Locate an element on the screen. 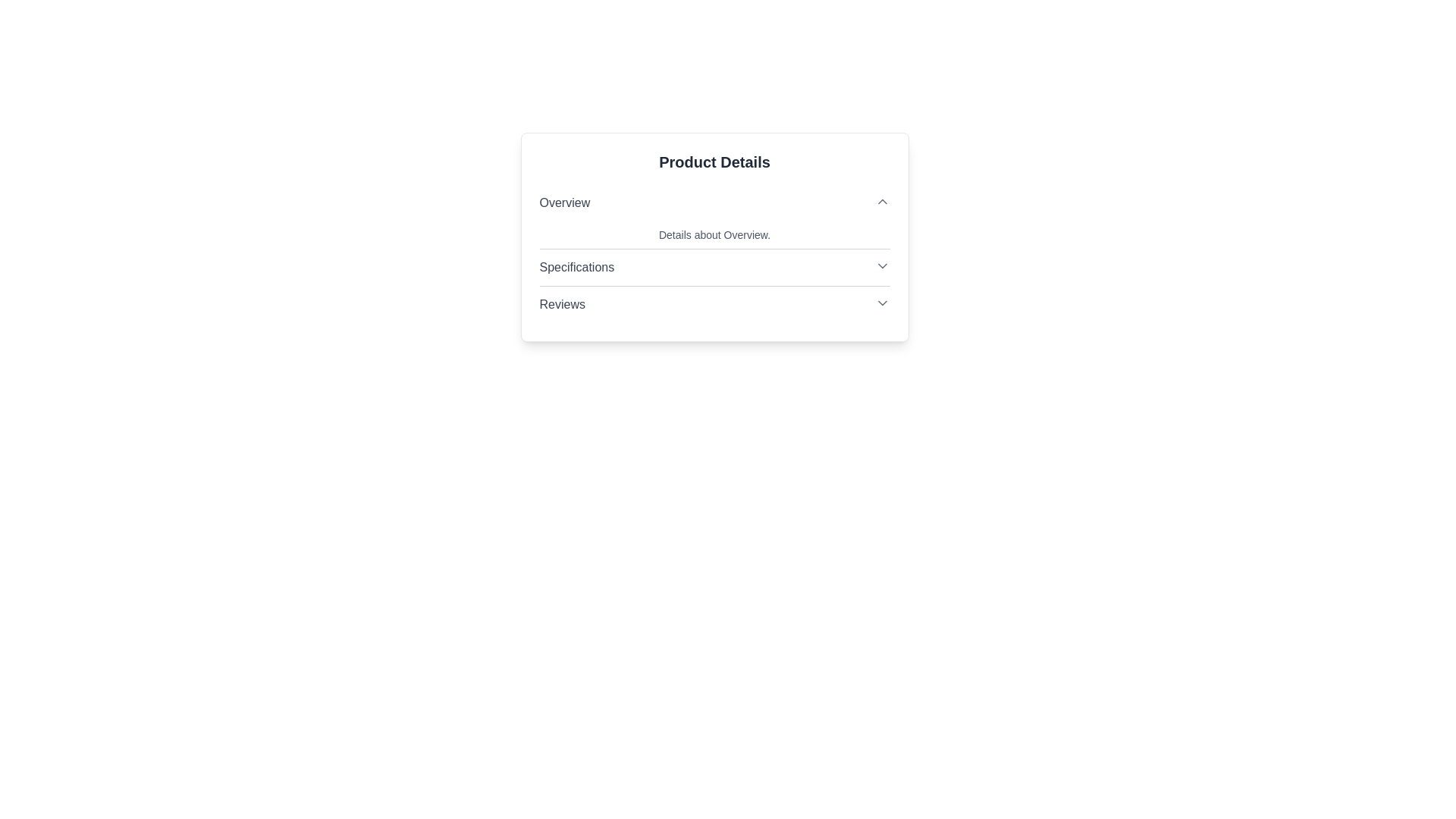 Image resolution: width=1456 pixels, height=819 pixels. the chevron icon located at the far-right side of the 'Reviews' section is located at coordinates (882, 303).